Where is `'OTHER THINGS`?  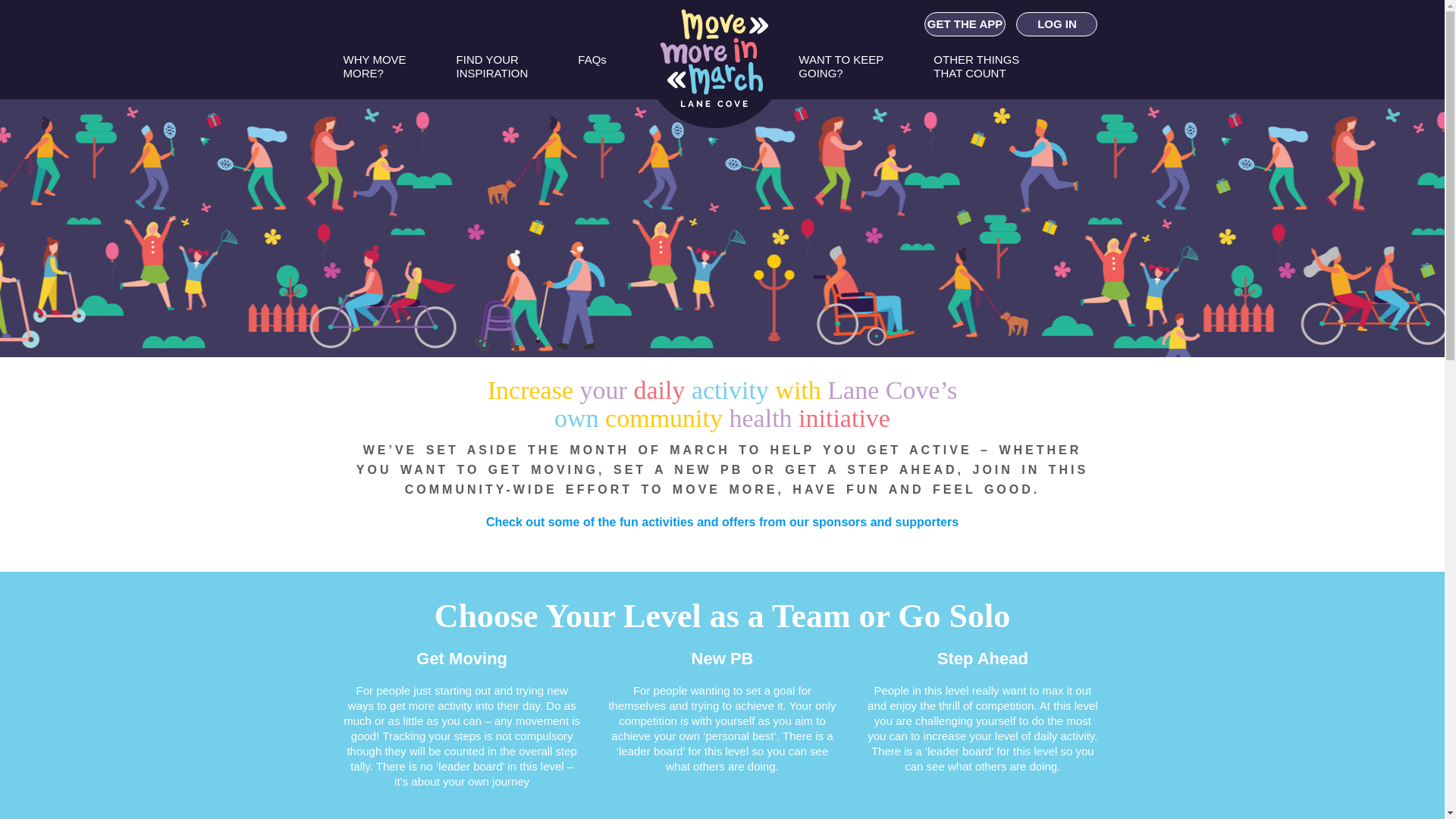 'OTHER THINGS is located at coordinates (976, 73).